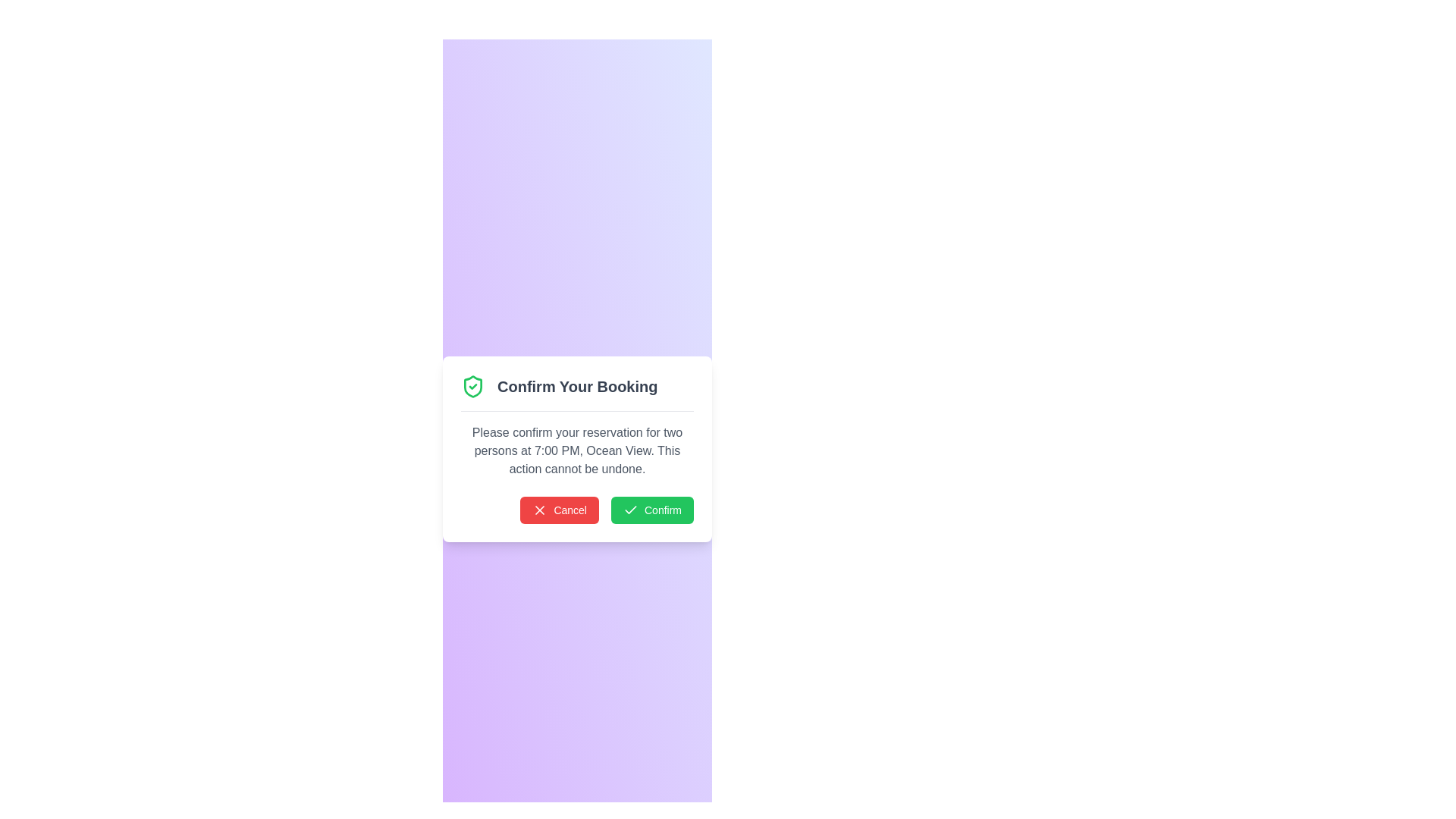  What do you see at coordinates (630, 510) in the screenshot?
I see `the vector-based checkmark icon located within the green 'Confirm' button at the bottom-right corner of the confirmation dialog box` at bounding box center [630, 510].